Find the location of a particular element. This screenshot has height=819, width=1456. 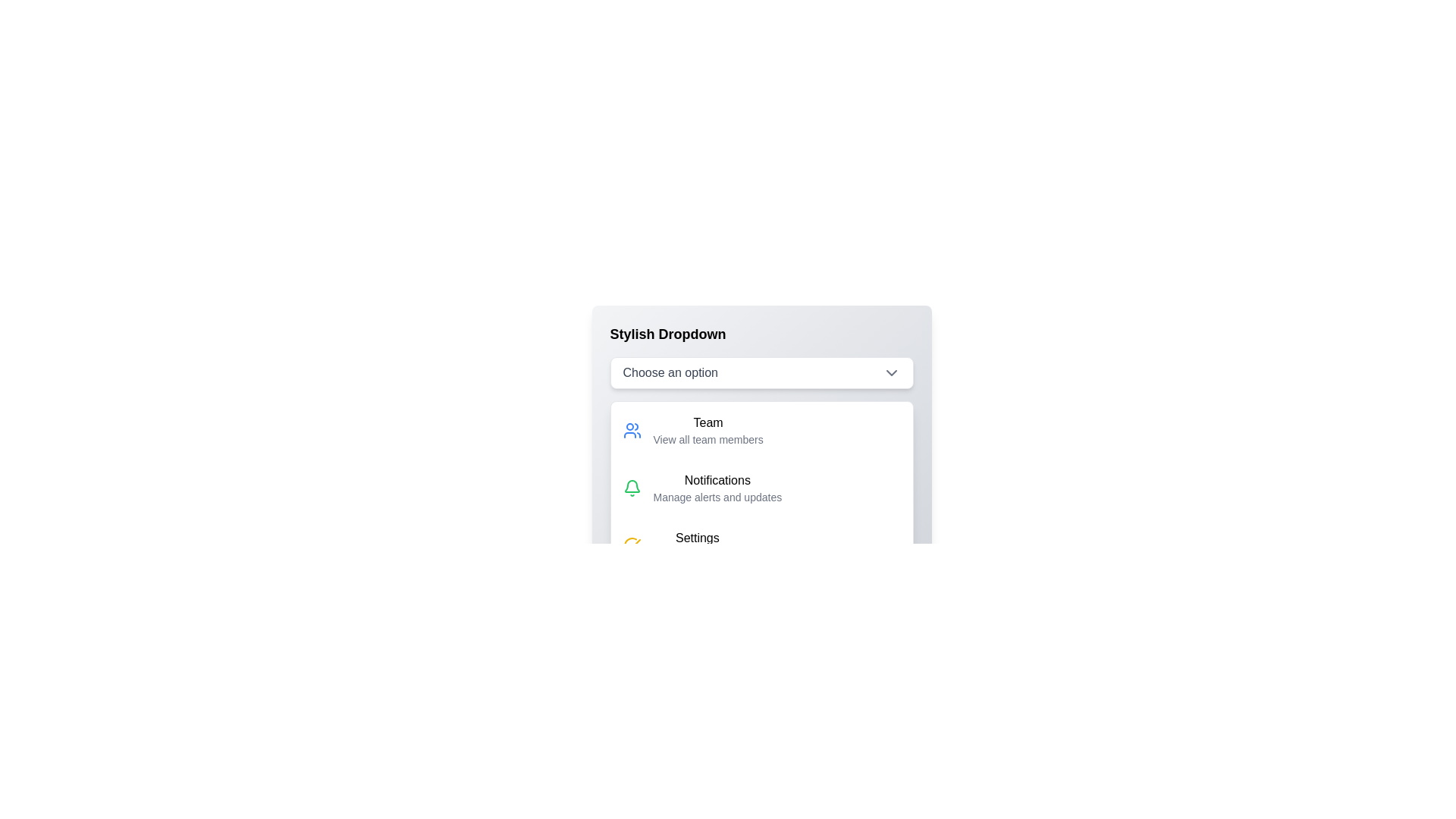

the second item in the dropdown menu, which is a clickable list item for managing notifications is located at coordinates (761, 488).